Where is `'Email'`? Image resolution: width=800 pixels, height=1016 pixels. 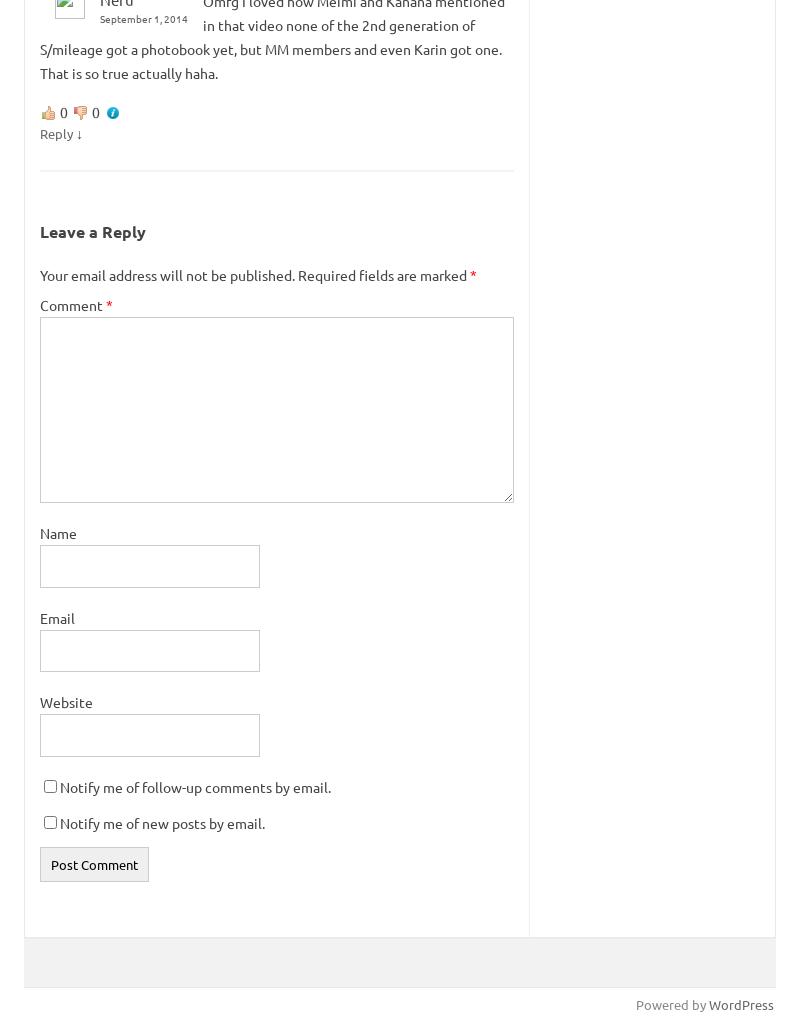
'Email' is located at coordinates (56, 617).